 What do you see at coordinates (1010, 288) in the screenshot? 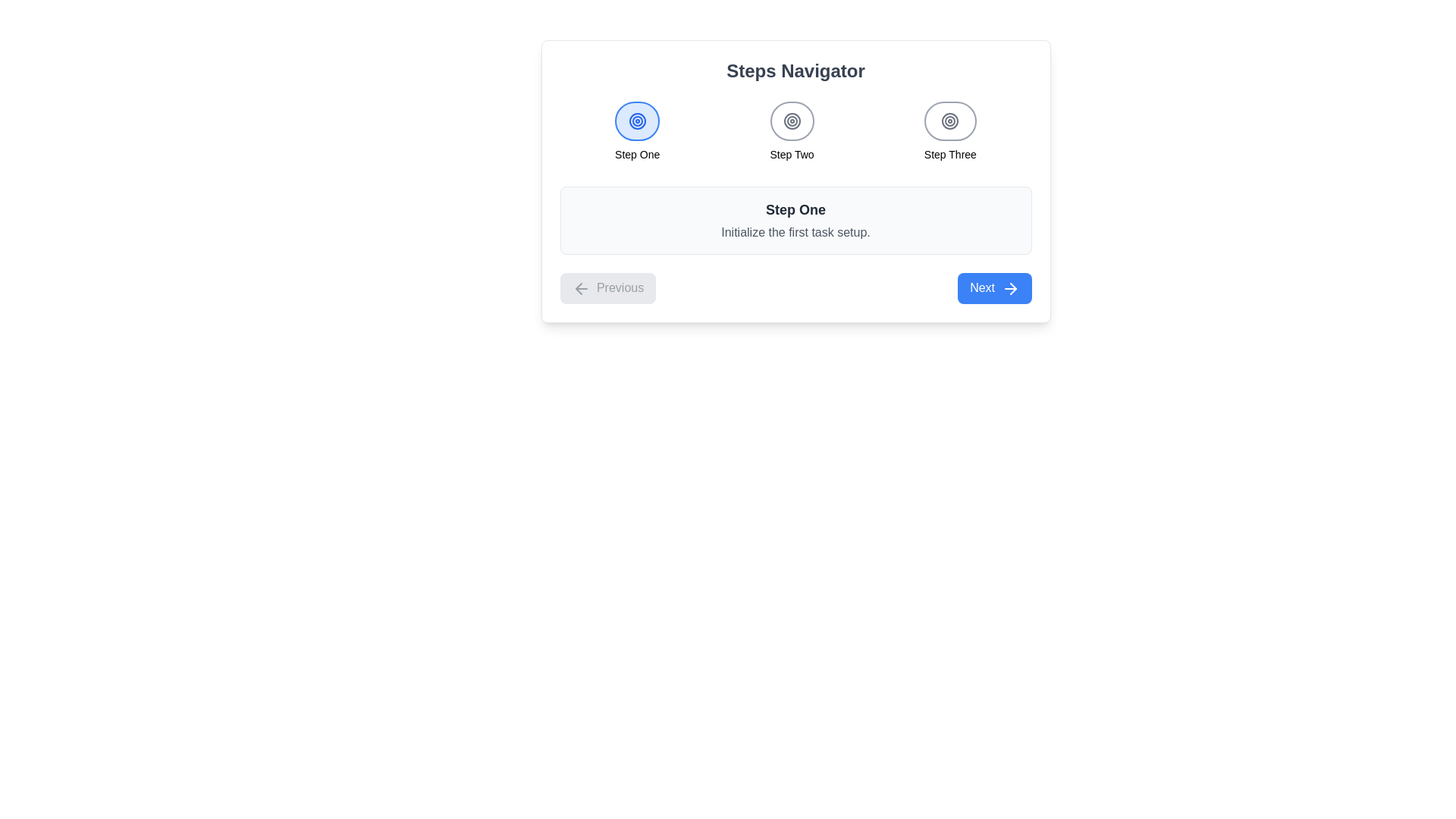
I see `the right-pointing arrow icon located to the right of the 'Next' button at the bottom-right corner of the interface` at bounding box center [1010, 288].